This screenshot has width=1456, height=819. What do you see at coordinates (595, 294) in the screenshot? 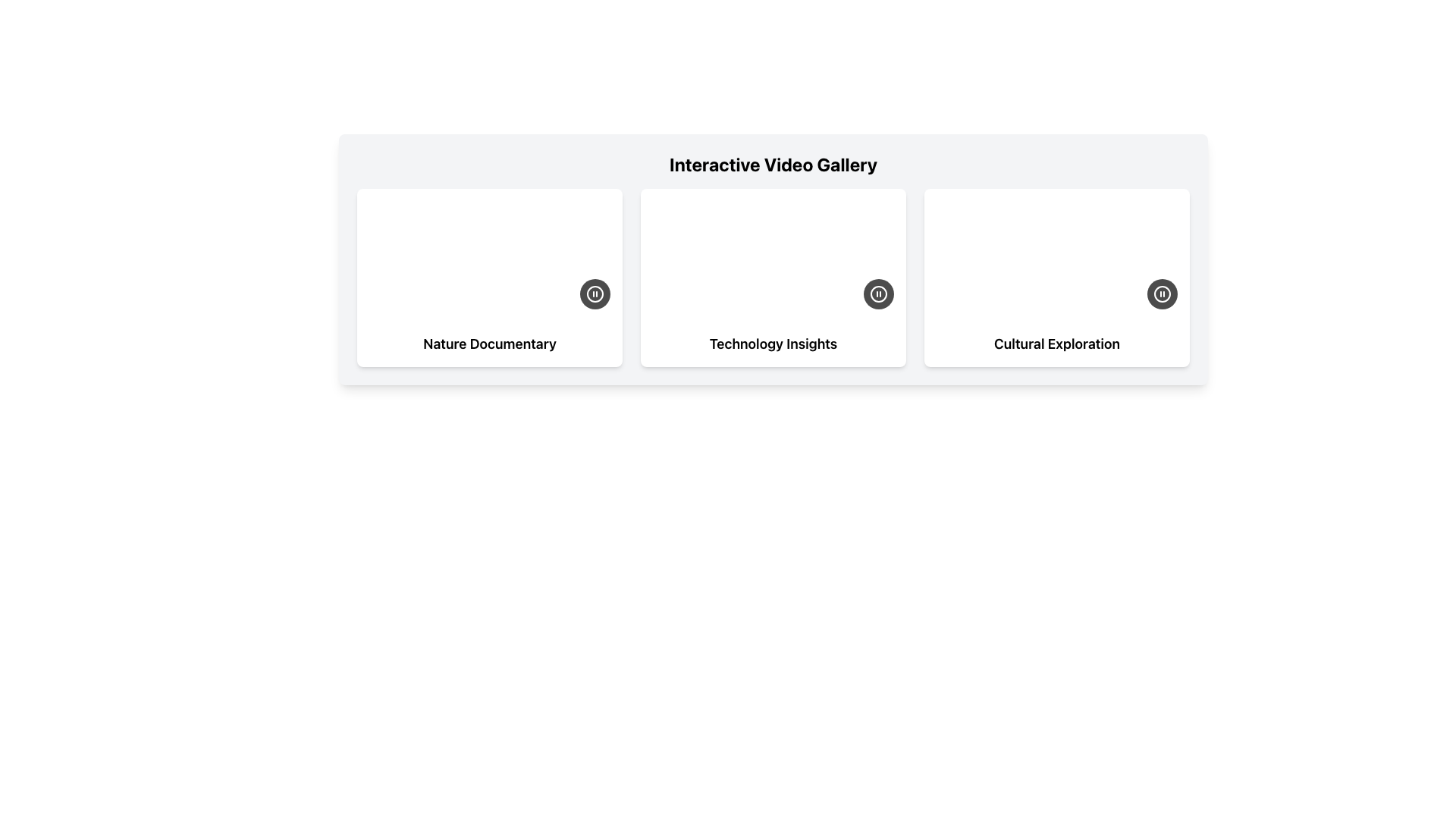
I see `the Graphical SVG element within the button-like icon of the 'Nature Documentary' card, which is the first card from the left in a horizontal arrangement of three cards` at bounding box center [595, 294].